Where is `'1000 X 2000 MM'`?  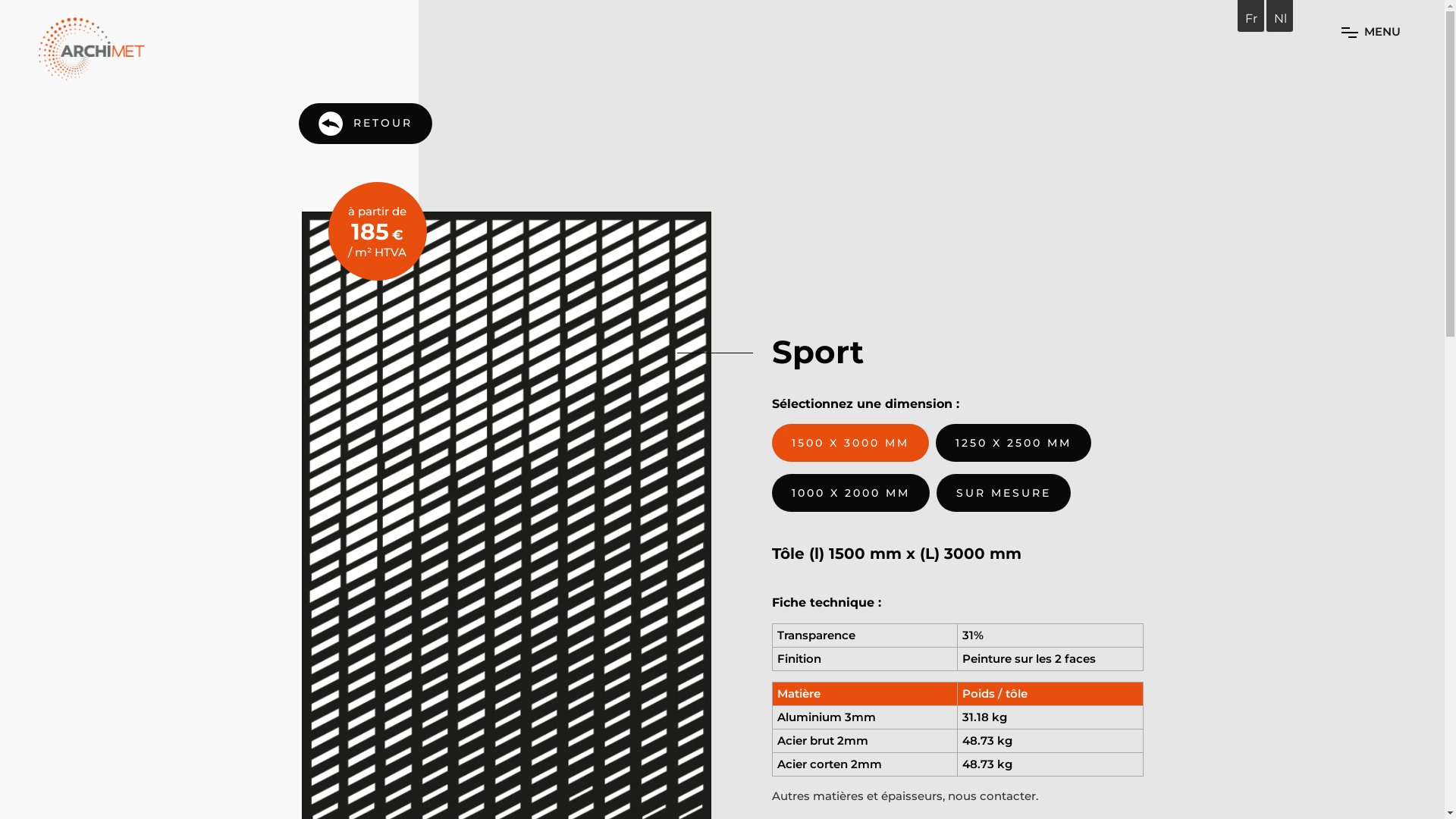
'1000 X 2000 MM' is located at coordinates (851, 493).